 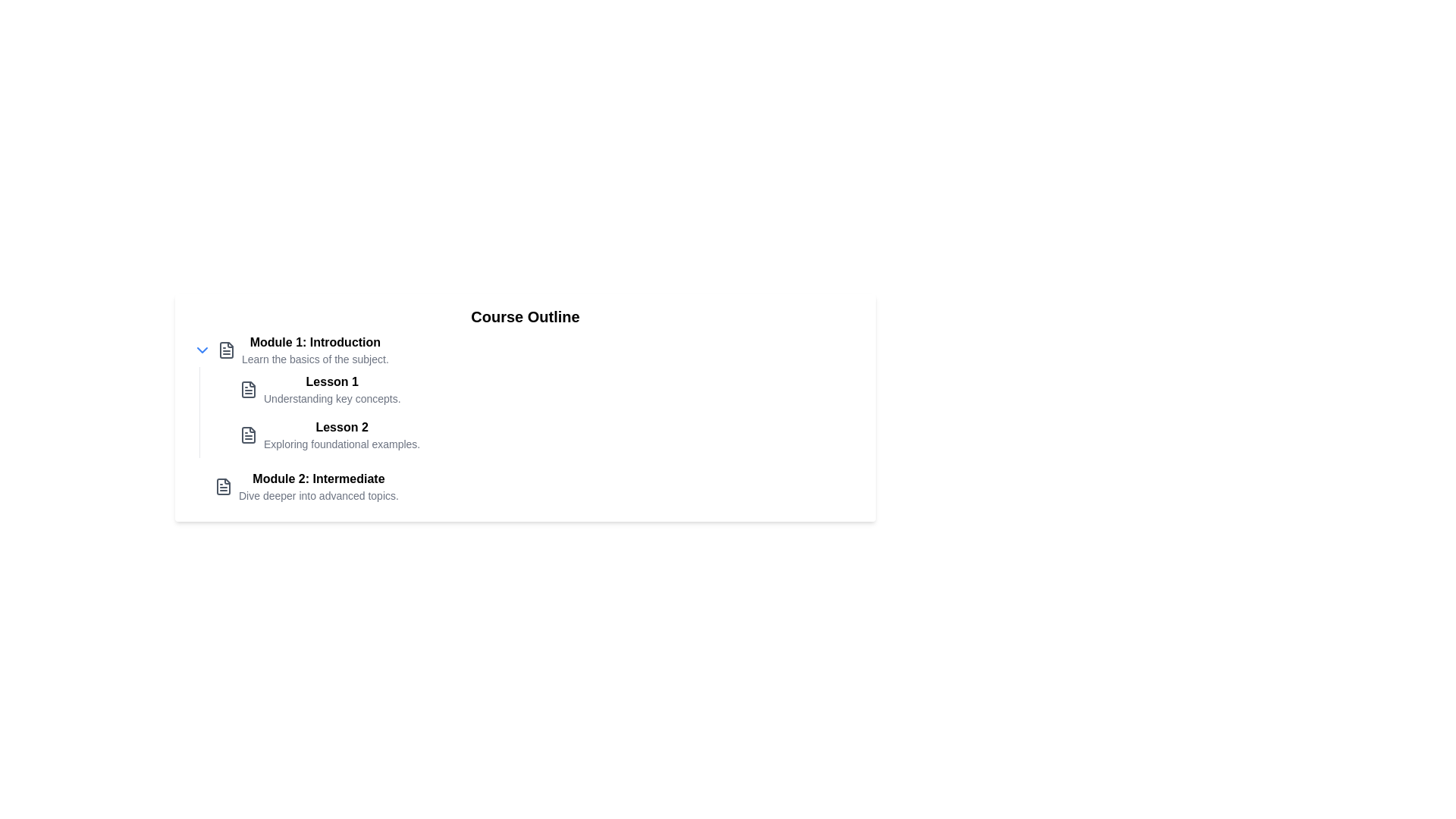 I want to click on textual description of 'Module 2: Intermediate', which includes a bold title and a lighter description, located under 'Module 1: Introduction' in the course outline, so click(x=318, y=486).